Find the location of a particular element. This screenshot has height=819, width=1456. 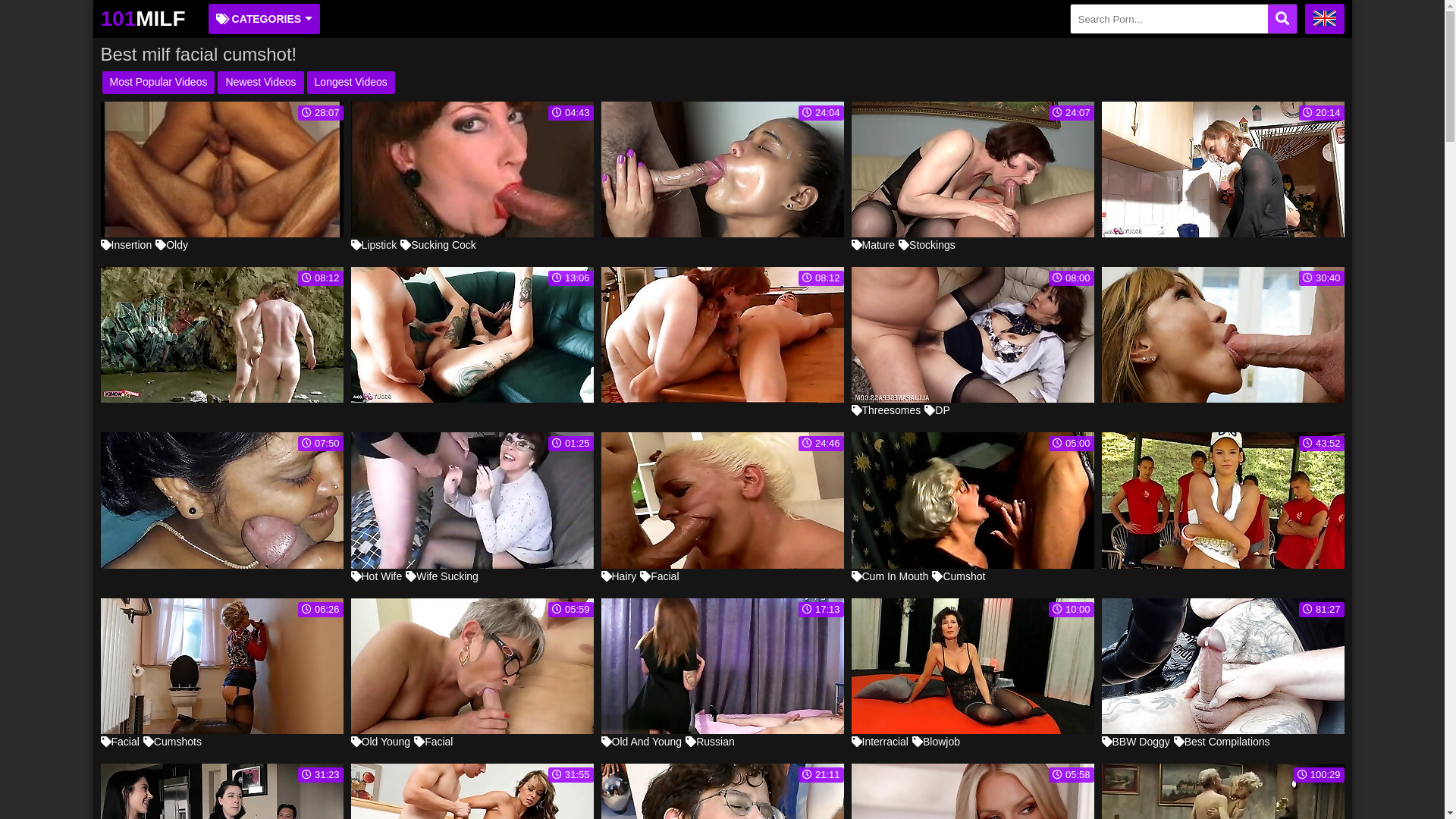

'Hairy' is located at coordinates (618, 576).